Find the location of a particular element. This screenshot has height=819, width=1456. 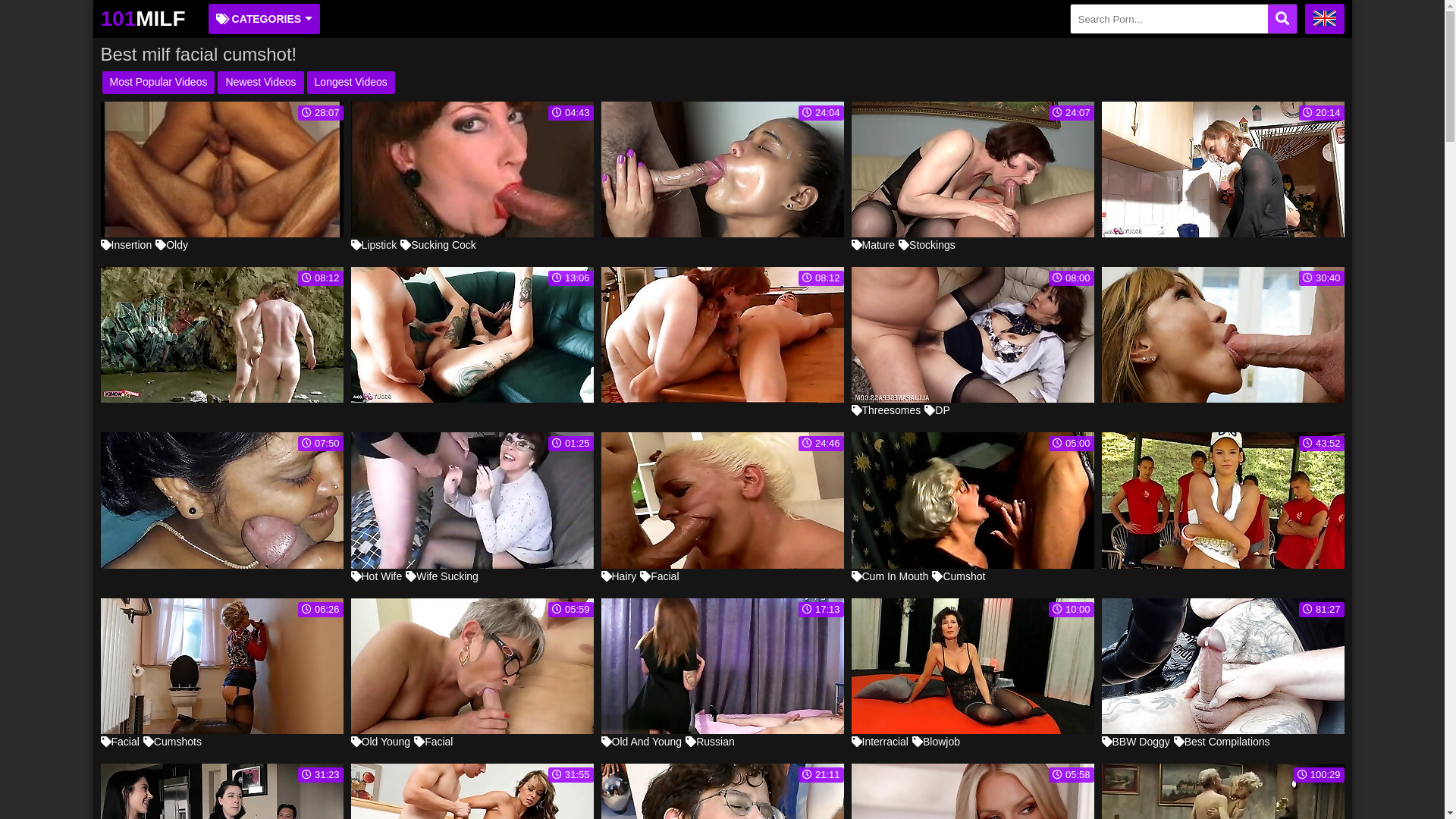

'Hairy' is located at coordinates (618, 576).